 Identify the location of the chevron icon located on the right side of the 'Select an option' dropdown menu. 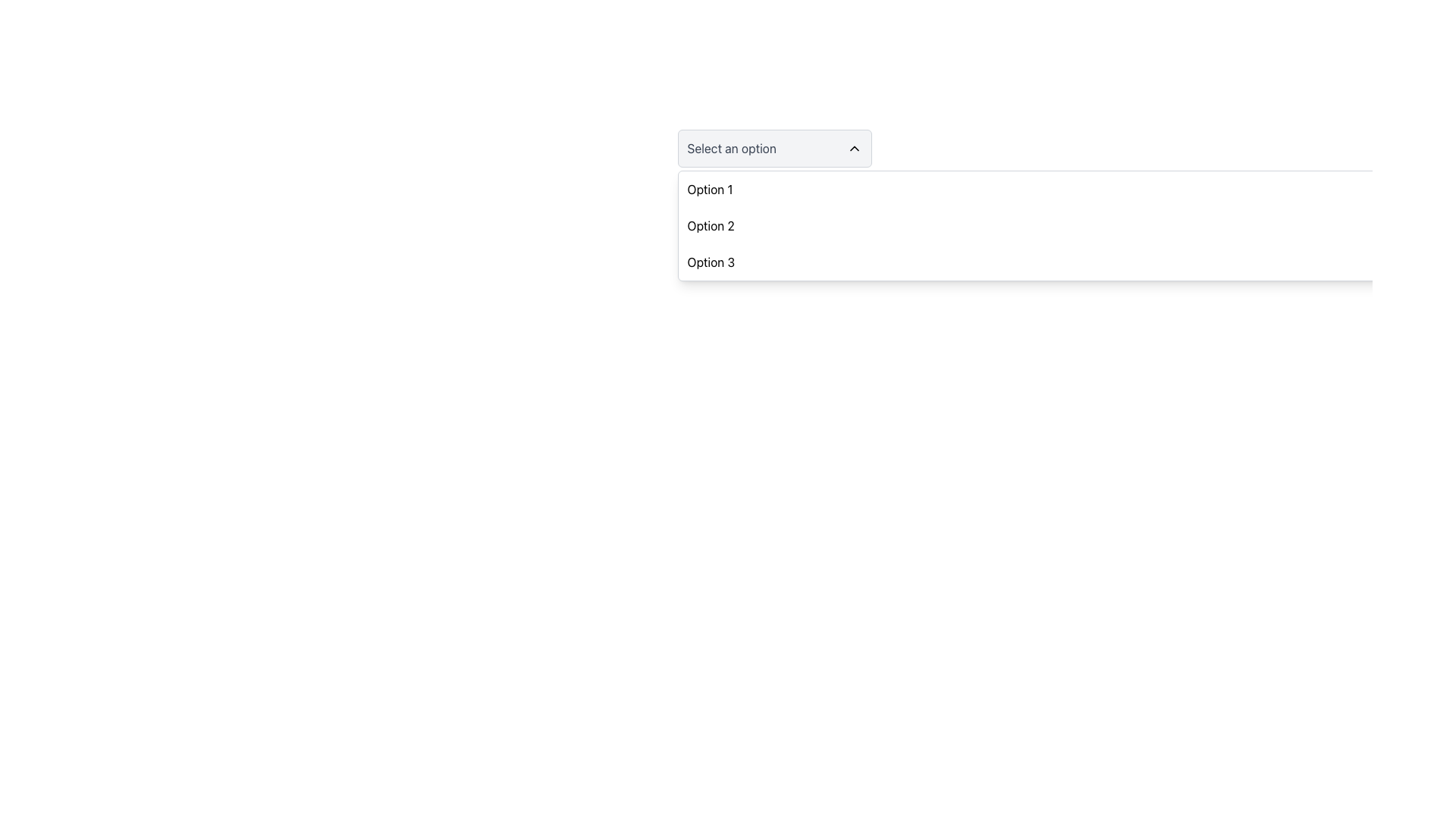
(854, 149).